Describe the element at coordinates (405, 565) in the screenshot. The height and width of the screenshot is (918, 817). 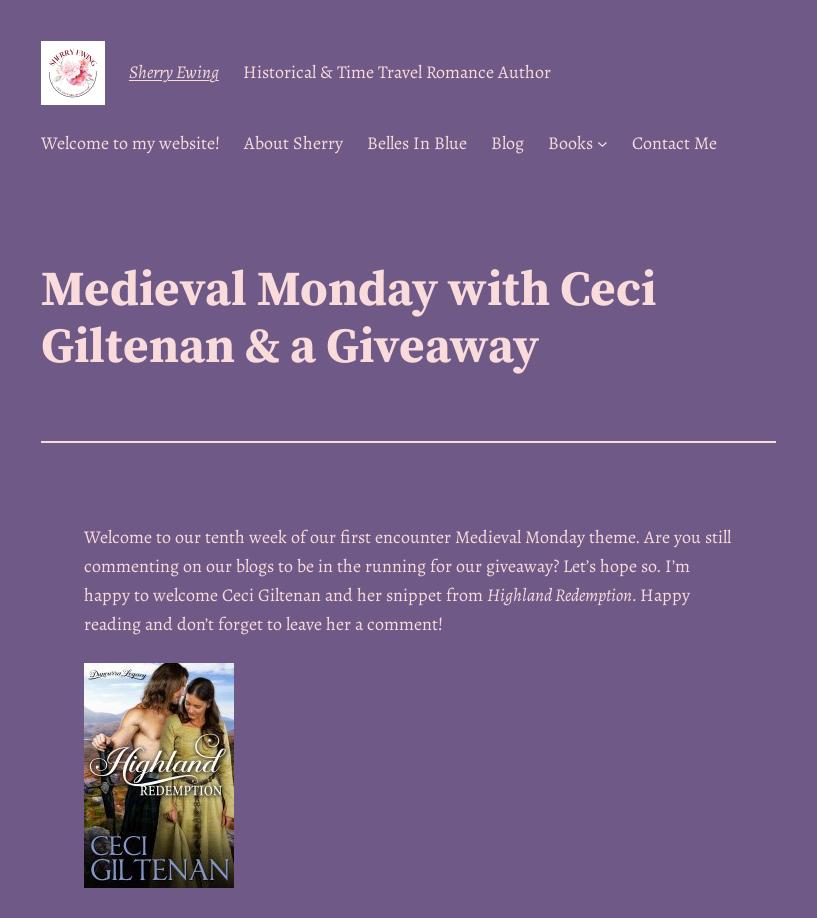
I see `'Welcome to our tenth week of our first encounter Medieval Monday theme. Are you still commenting on our blogs to be in the running for our giveaway? Let’s hope so. I’m happy to welcome Ceci Giltenan and her snippet from'` at that location.